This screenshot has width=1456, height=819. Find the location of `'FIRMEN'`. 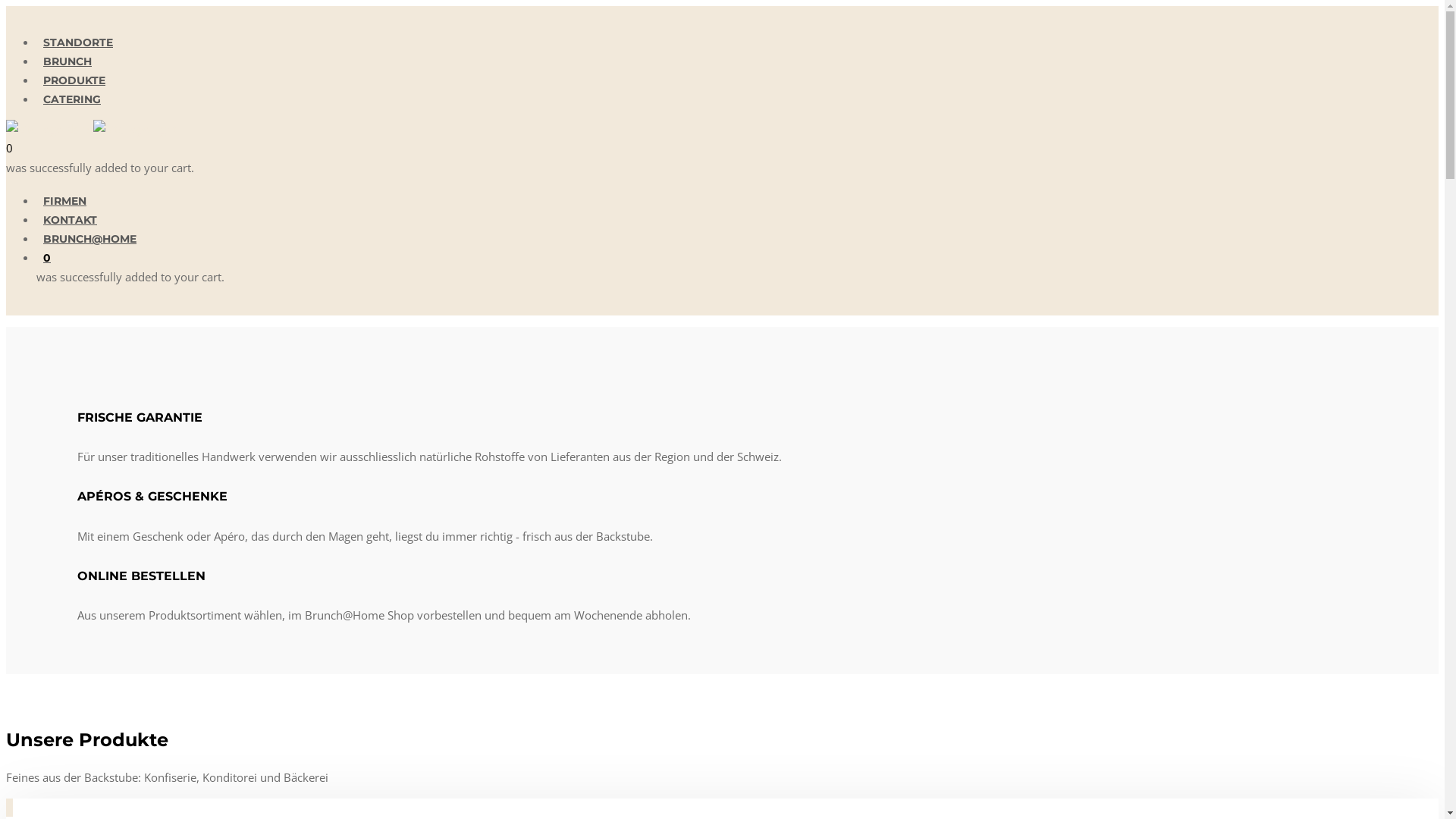

'FIRMEN' is located at coordinates (64, 200).